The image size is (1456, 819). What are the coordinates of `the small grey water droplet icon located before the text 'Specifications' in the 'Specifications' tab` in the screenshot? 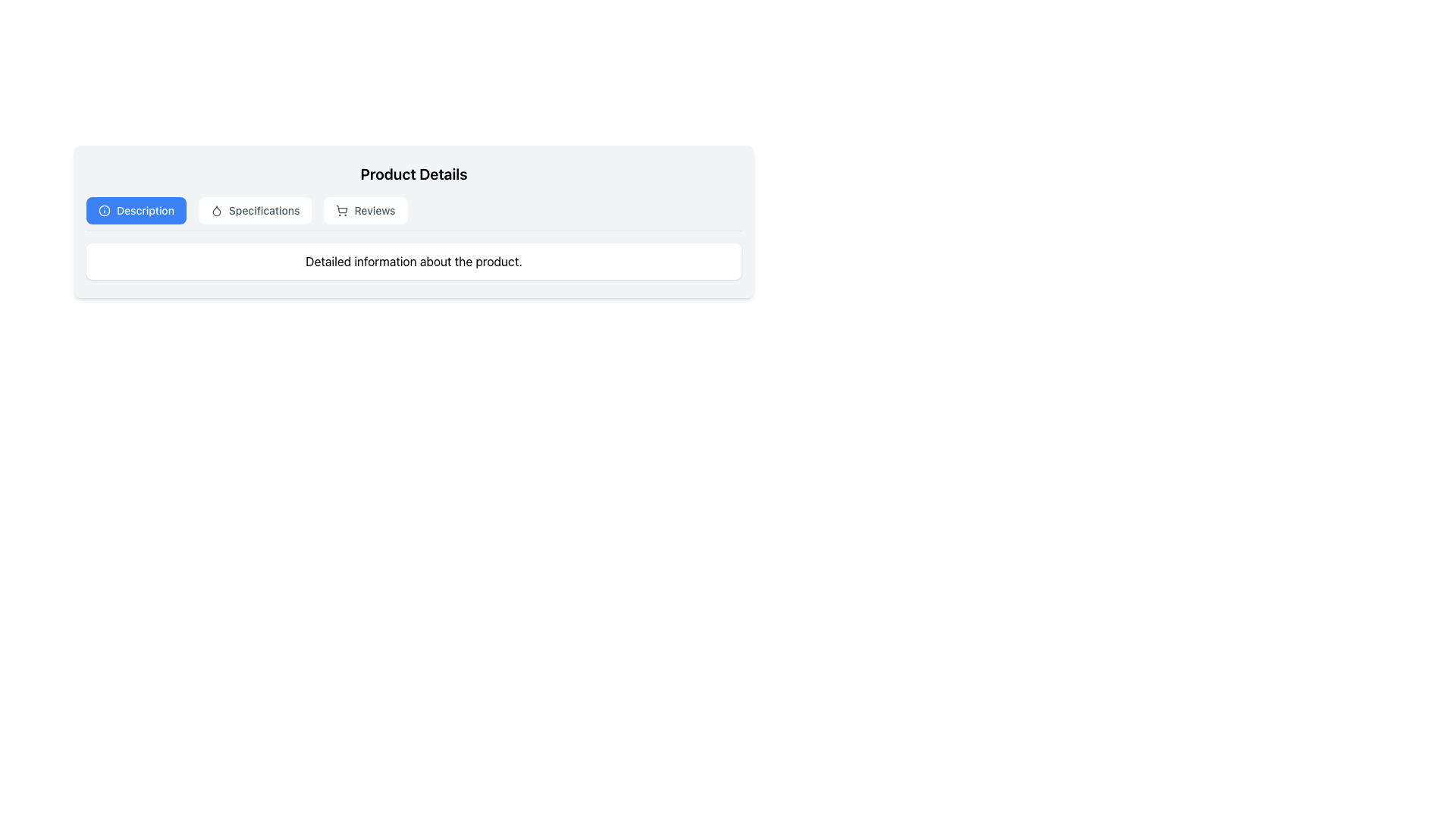 It's located at (215, 210).